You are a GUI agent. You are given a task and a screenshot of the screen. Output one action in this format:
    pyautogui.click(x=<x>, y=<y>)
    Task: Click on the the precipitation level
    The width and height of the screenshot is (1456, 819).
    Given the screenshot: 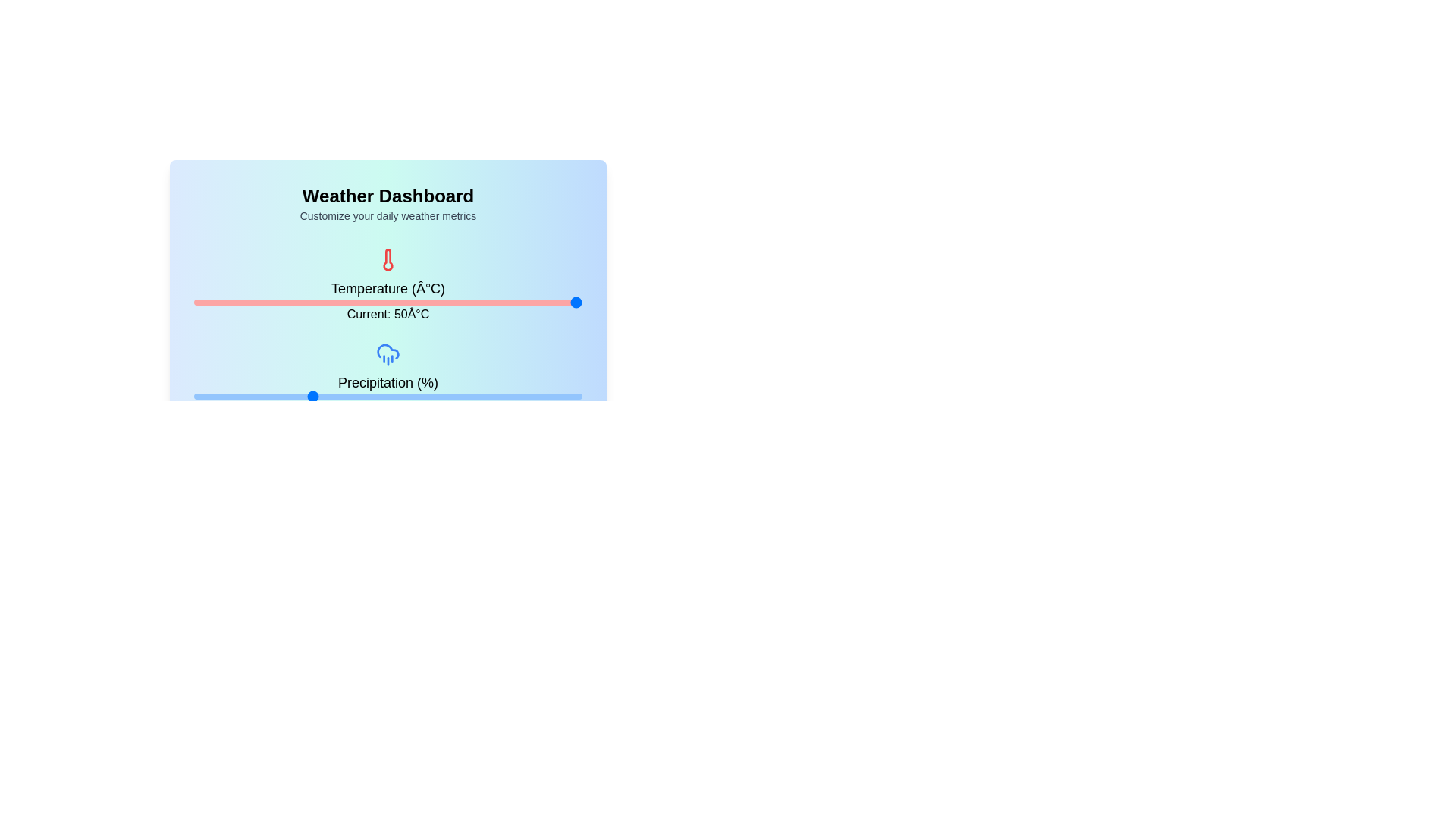 What is the action you would take?
    pyautogui.click(x=469, y=396)
    